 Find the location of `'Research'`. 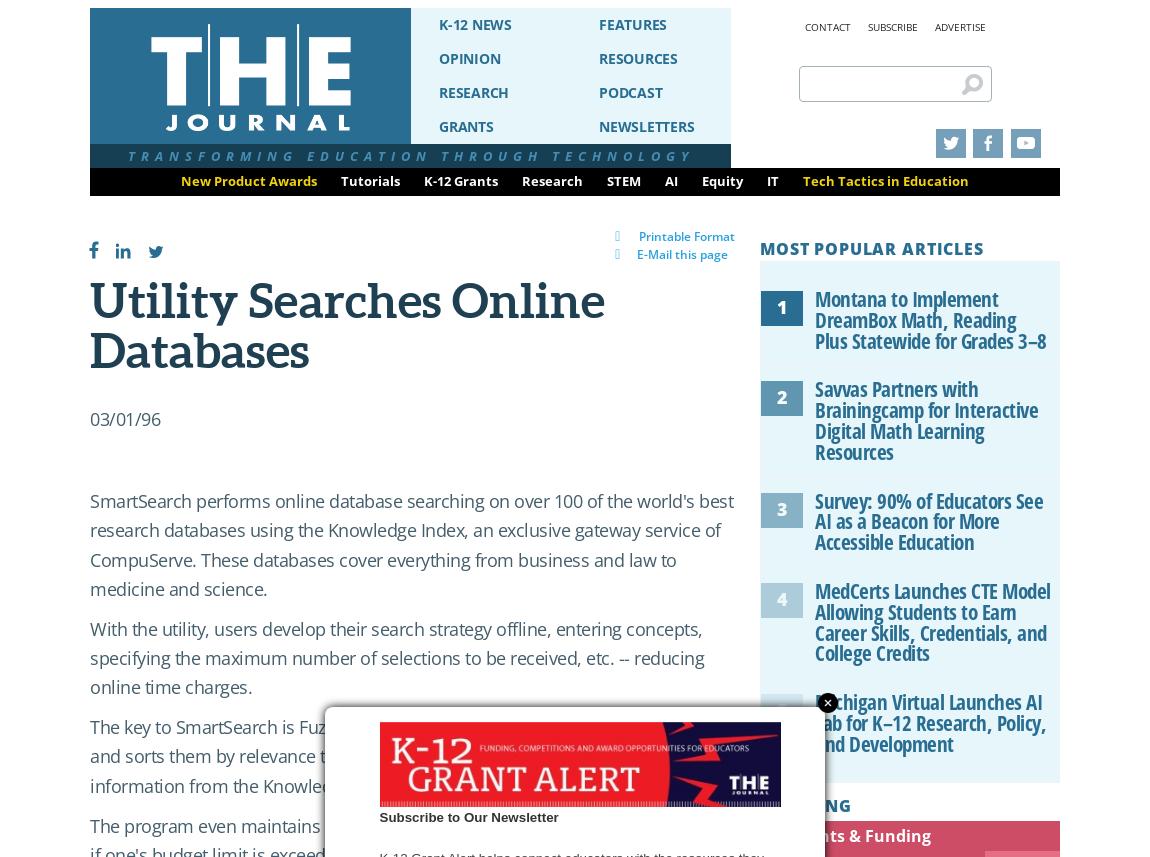

'Research' is located at coordinates (552, 180).